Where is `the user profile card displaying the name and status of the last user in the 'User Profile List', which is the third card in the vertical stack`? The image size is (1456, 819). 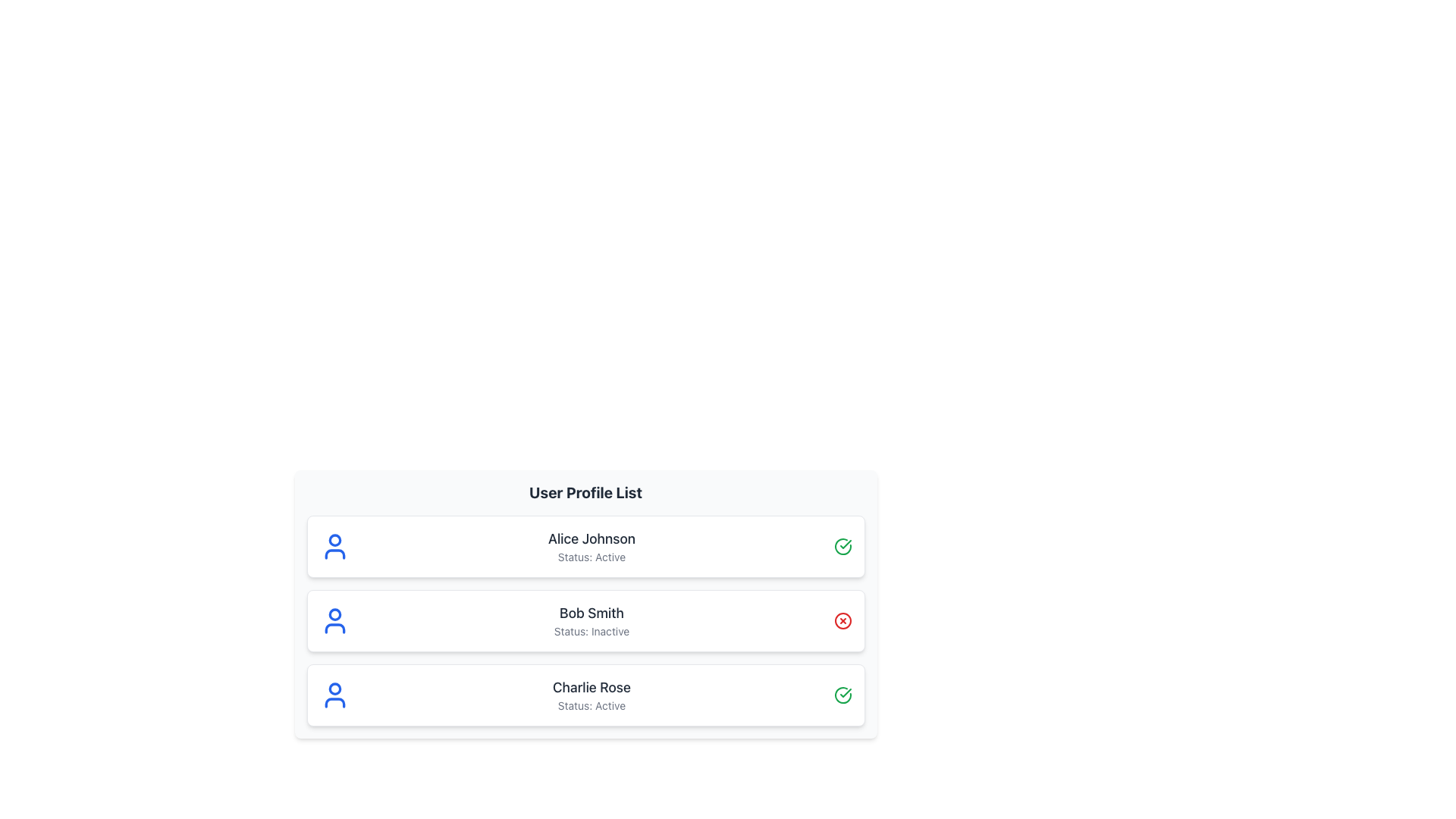
the user profile card displaying the name and status of the last user in the 'User Profile List', which is the third card in the vertical stack is located at coordinates (585, 695).